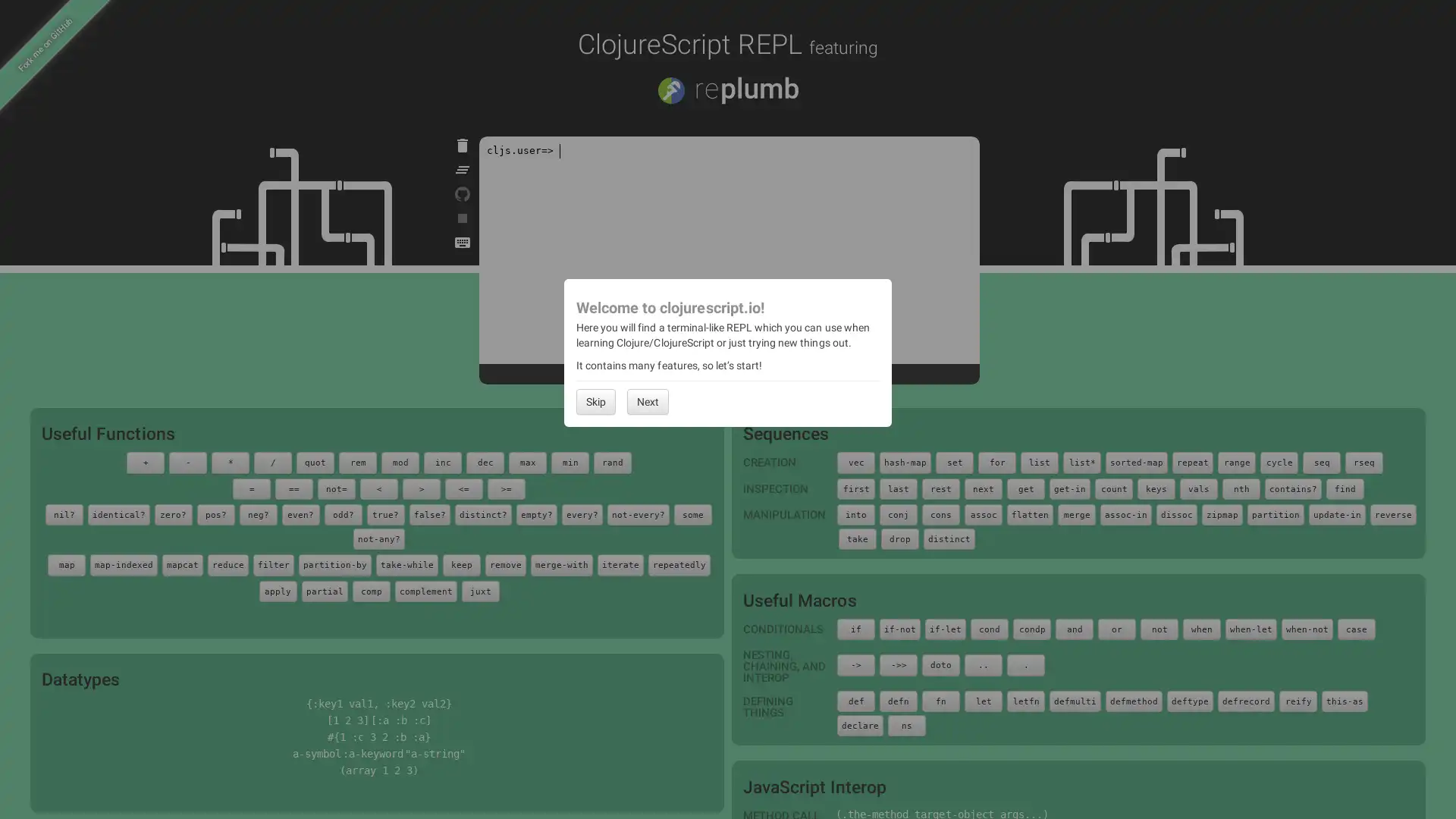 The image size is (1456, 819). Describe the element at coordinates (1076, 513) in the screenshot. I see `merge` at that location.